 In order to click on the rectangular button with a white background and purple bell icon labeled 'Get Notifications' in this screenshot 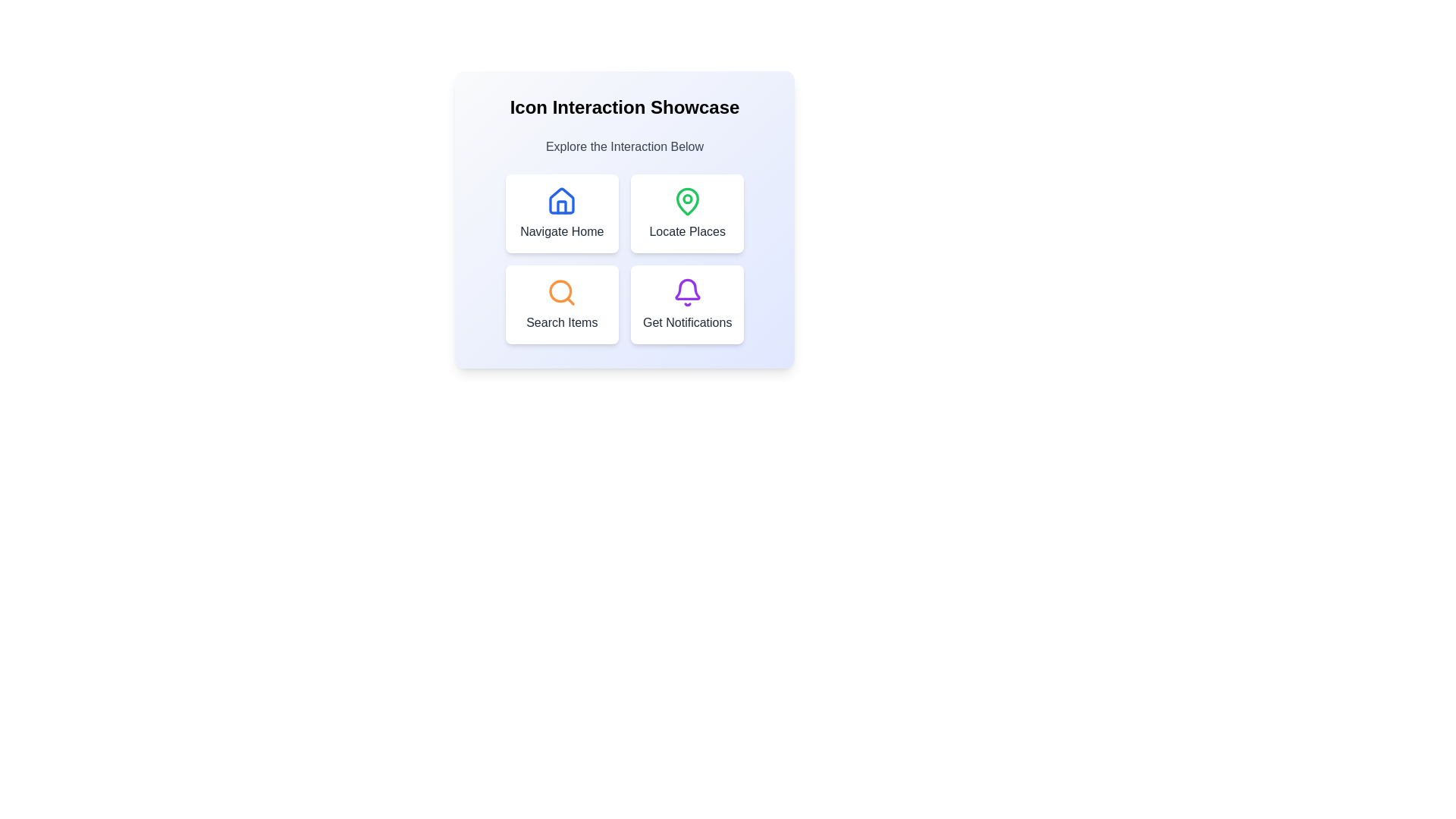, I will do `click(686, 304)`.